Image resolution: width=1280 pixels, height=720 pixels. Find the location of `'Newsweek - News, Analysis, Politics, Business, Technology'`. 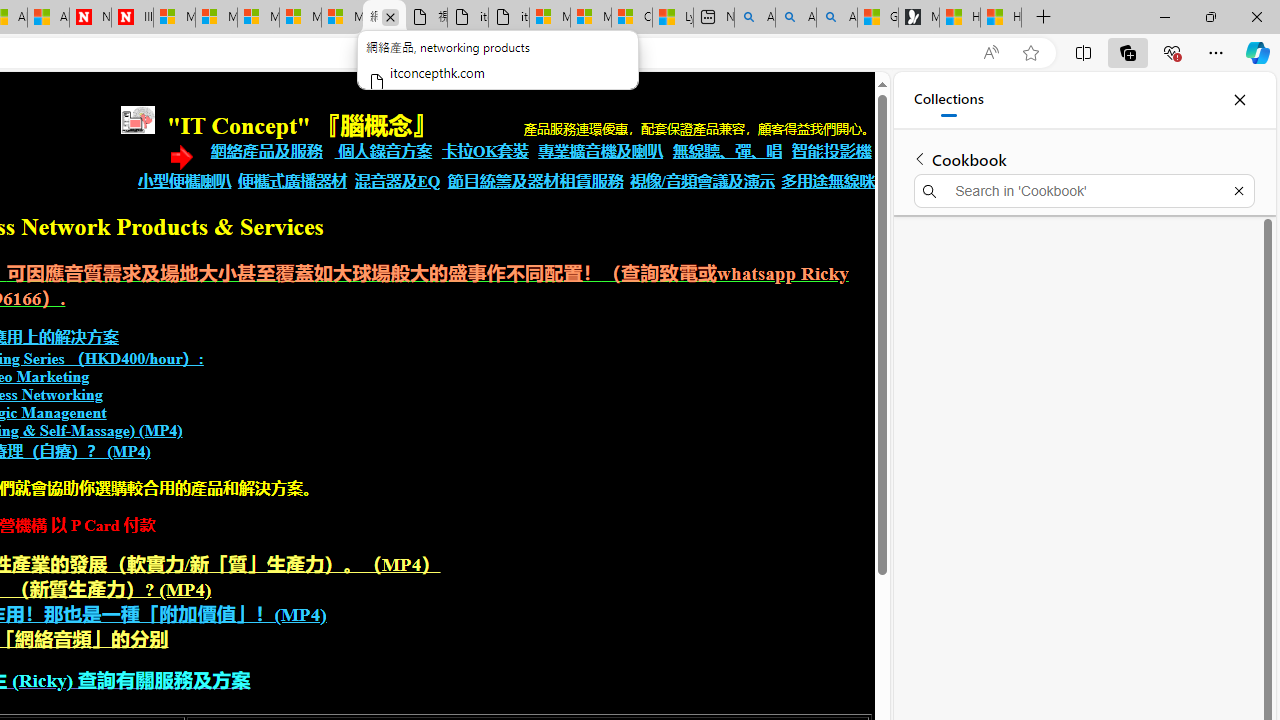

'Newsweek - News, Analysis, Politics, Business, Technology' is located at coordinates (89, 17).